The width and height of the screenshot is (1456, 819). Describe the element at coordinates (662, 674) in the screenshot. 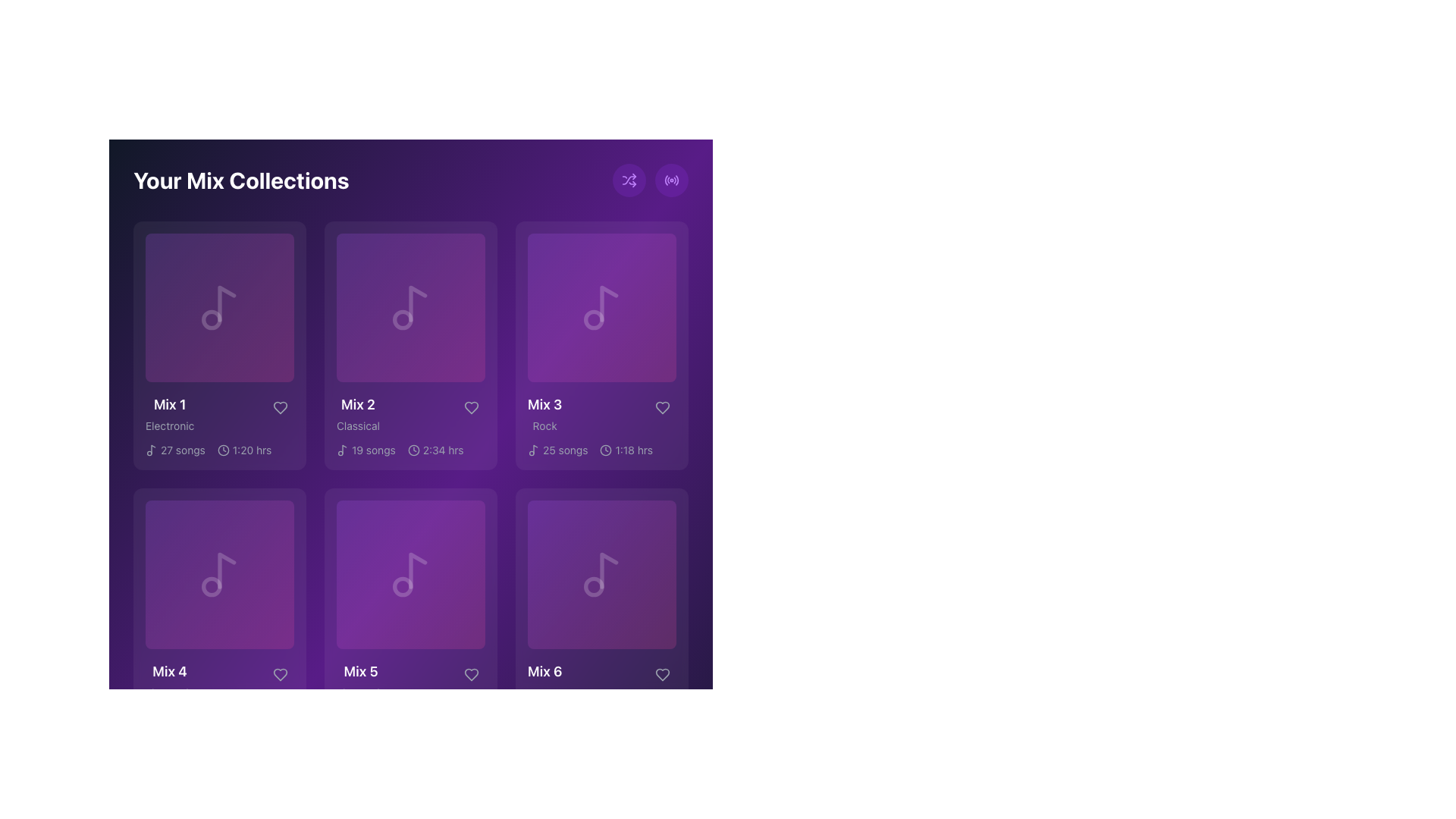

I see `the heart-shaped button icon indicating 'like' functionality` at that location.